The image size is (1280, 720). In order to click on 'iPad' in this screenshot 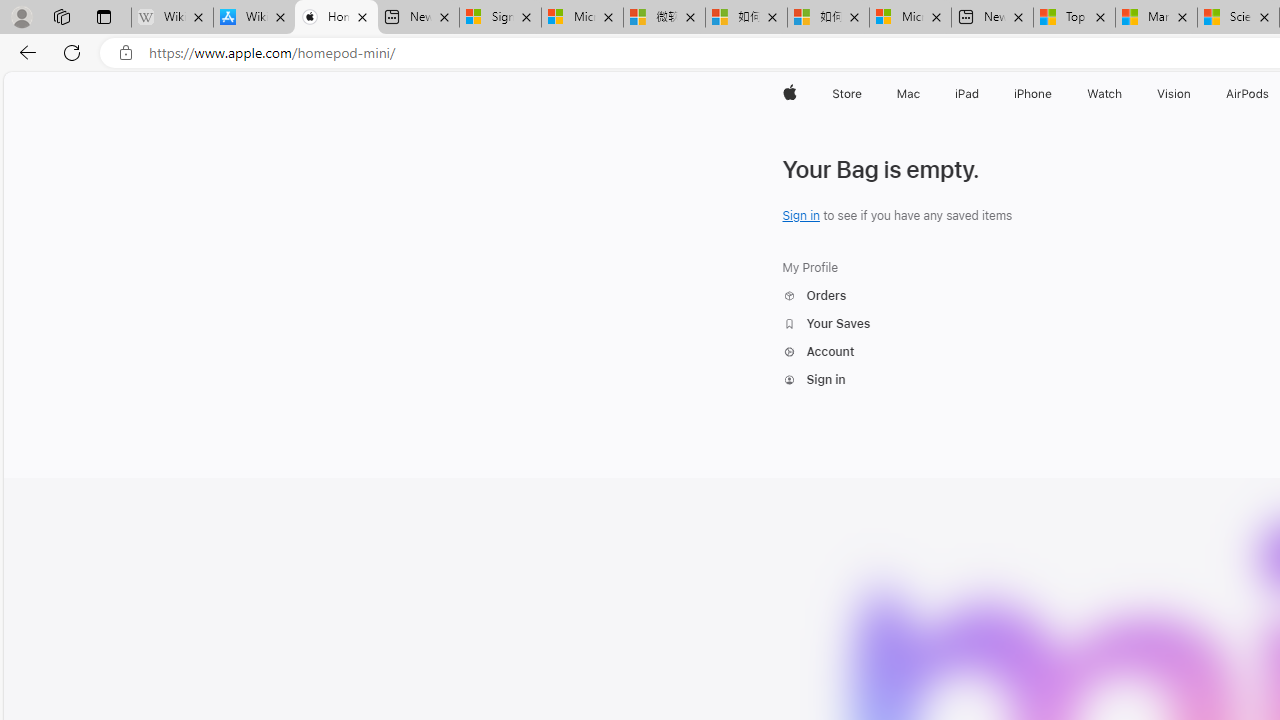, I will do `click(966, 93)`.